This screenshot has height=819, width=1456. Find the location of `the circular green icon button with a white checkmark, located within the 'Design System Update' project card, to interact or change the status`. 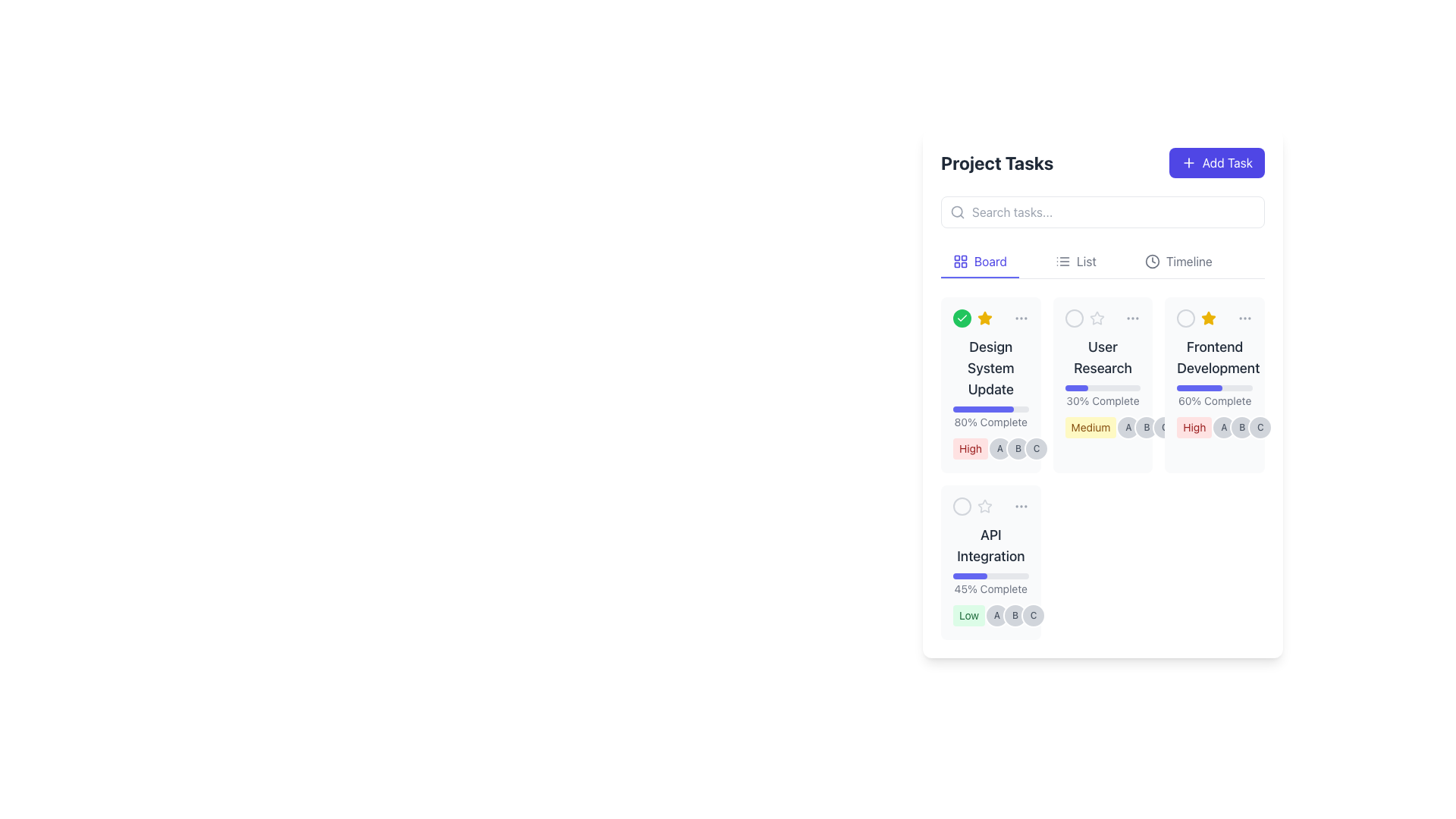

the circular green icon button with a white checkmark, located within the 'Design System Update' project card, to interact or change the status is located at coordinates (961, 318).